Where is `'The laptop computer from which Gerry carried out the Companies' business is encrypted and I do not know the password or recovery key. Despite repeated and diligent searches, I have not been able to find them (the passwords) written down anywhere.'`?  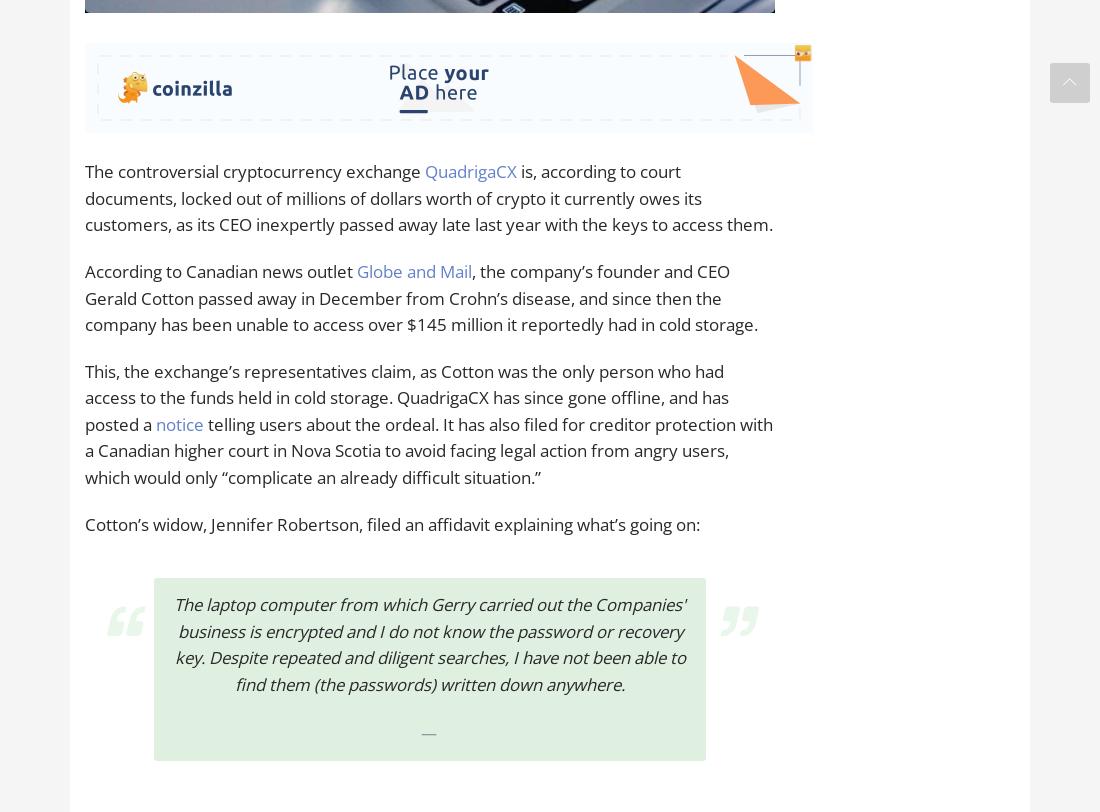
'The laptop computer from which Gerry carried out the Companies' business is encrypted and I do not know the password or recovery key. Despite repeated and diligent searches, I have not been able to find them (the passwords) written down anywhere.' is located at coordinates (428, 644).